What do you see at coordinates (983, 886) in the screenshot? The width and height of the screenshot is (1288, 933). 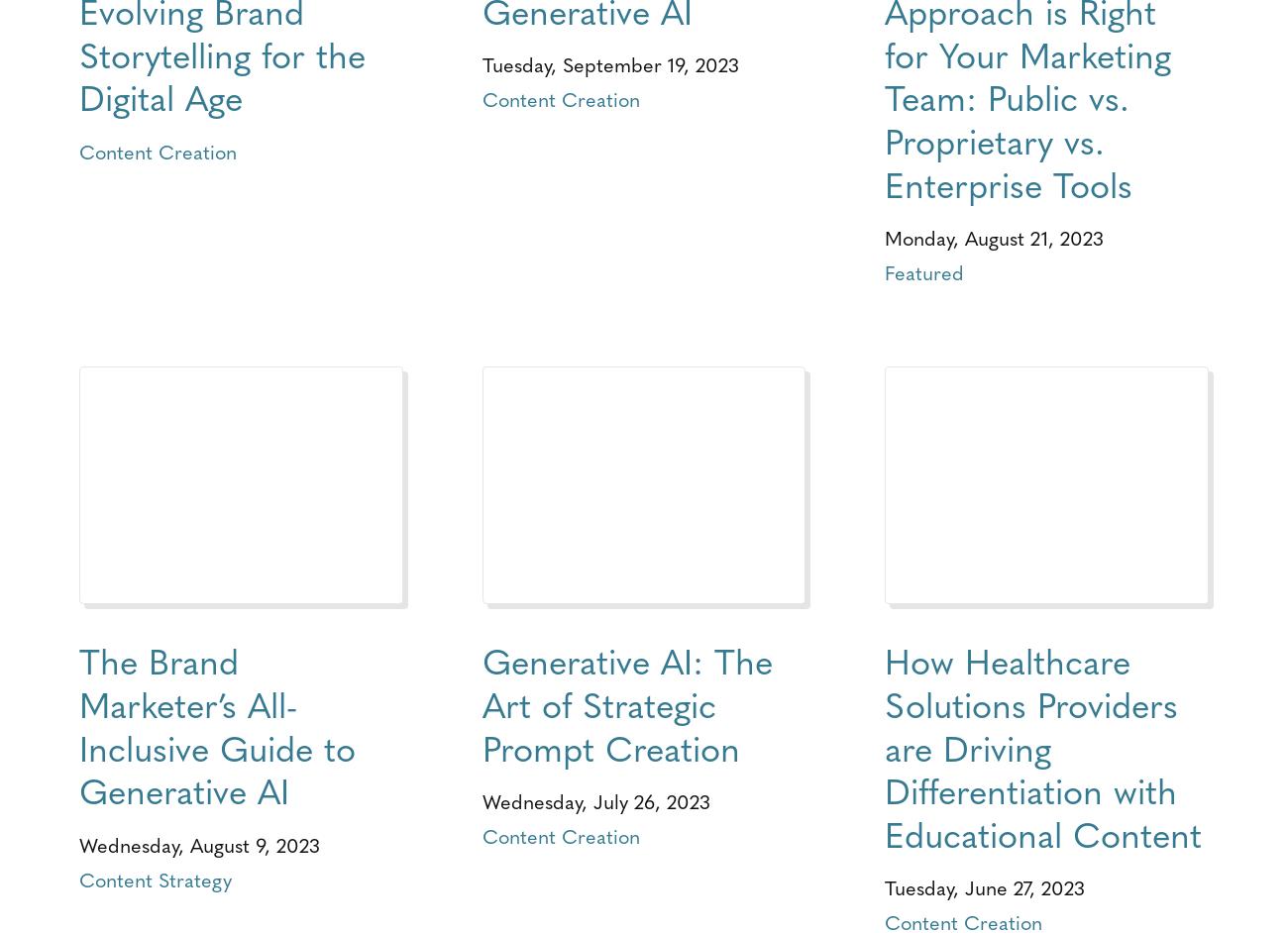 I see `'Tuesday, June 27, 2023'` at bounding box center [983, 886].